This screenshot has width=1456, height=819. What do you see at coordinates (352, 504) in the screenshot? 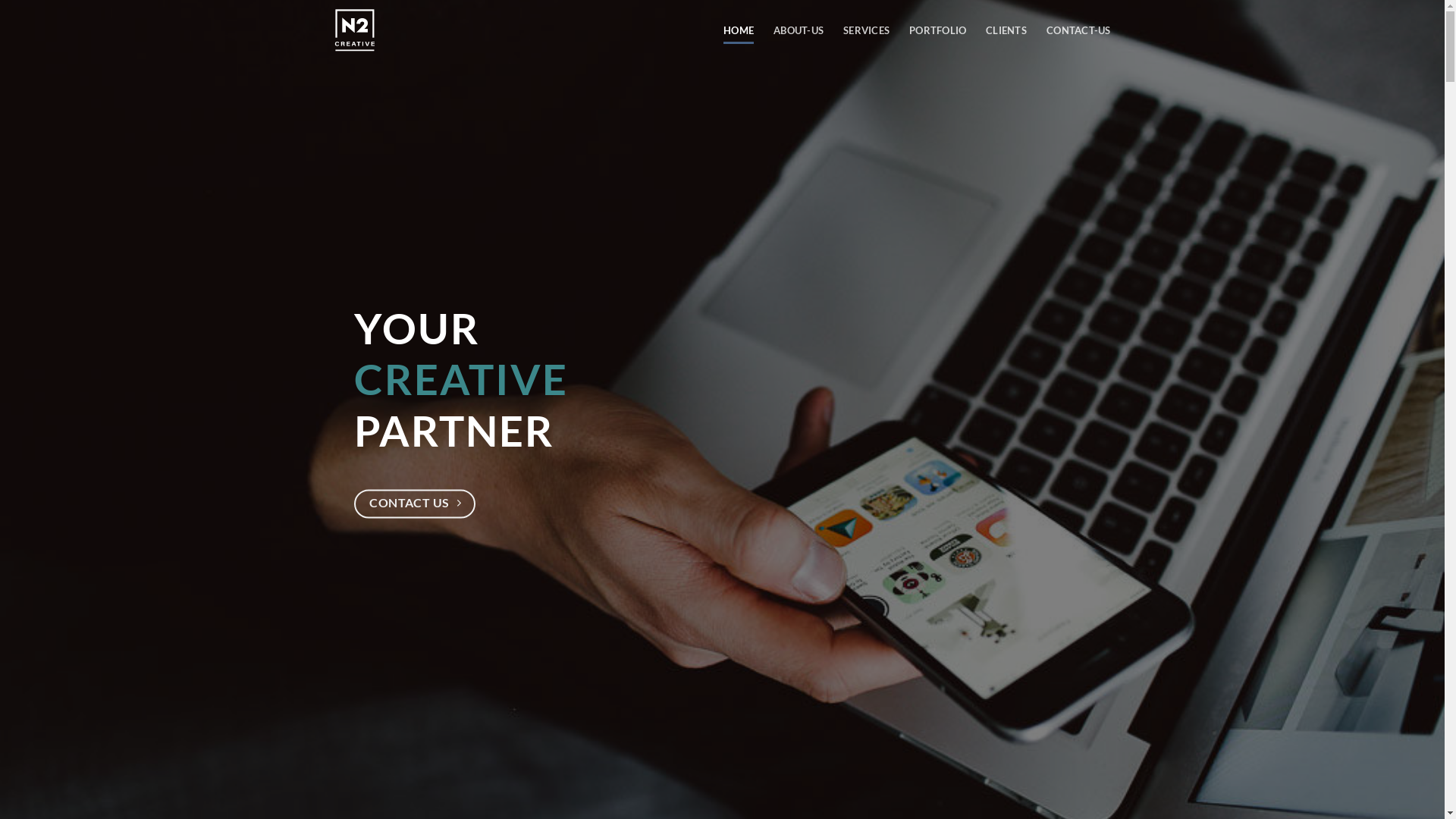
I see `'CONTACT US'` at bounding box center [352, 504].